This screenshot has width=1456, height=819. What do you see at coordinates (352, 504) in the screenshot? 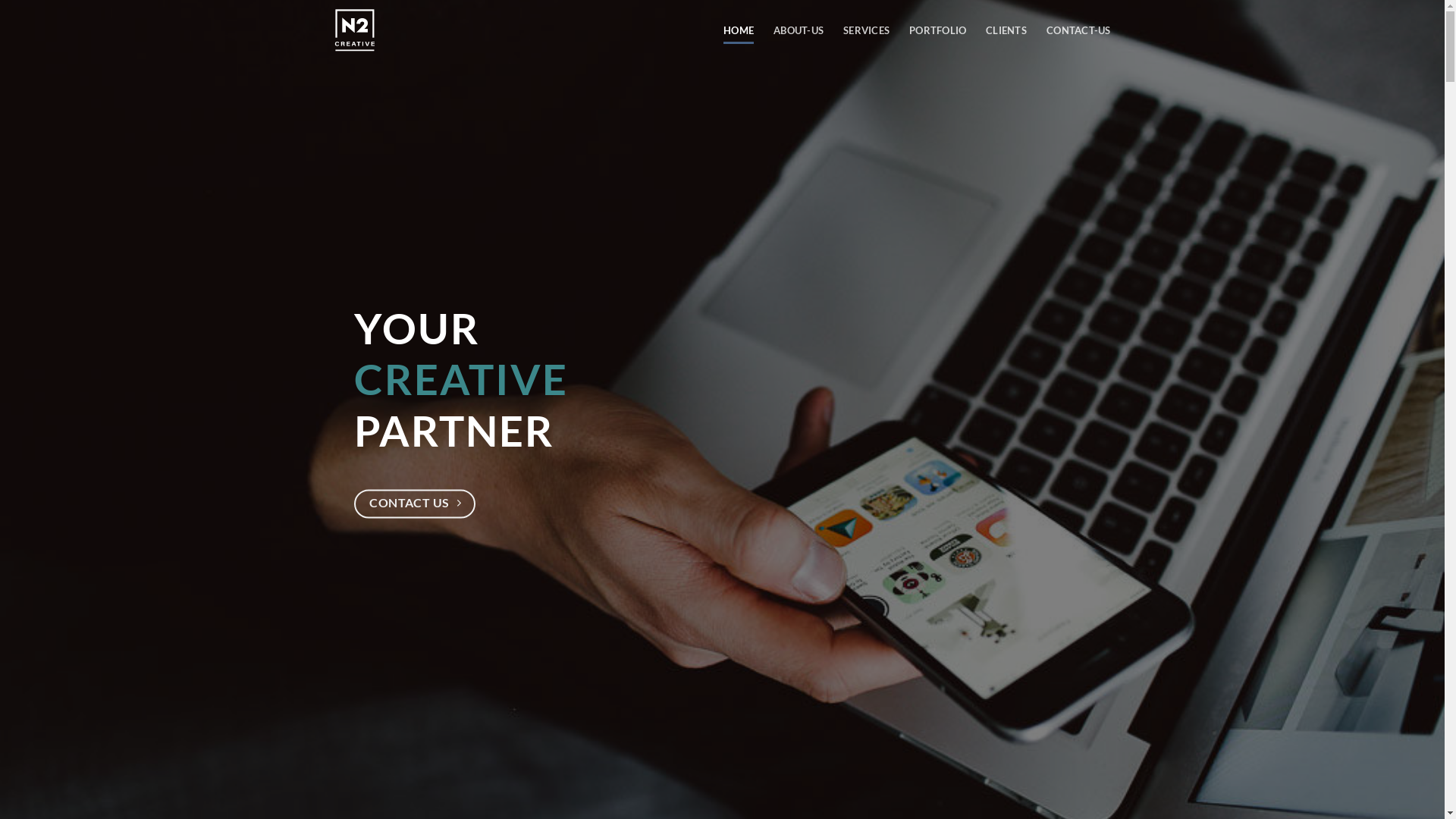
I see `'CONTACT US'` at bounding box center [352, 504].